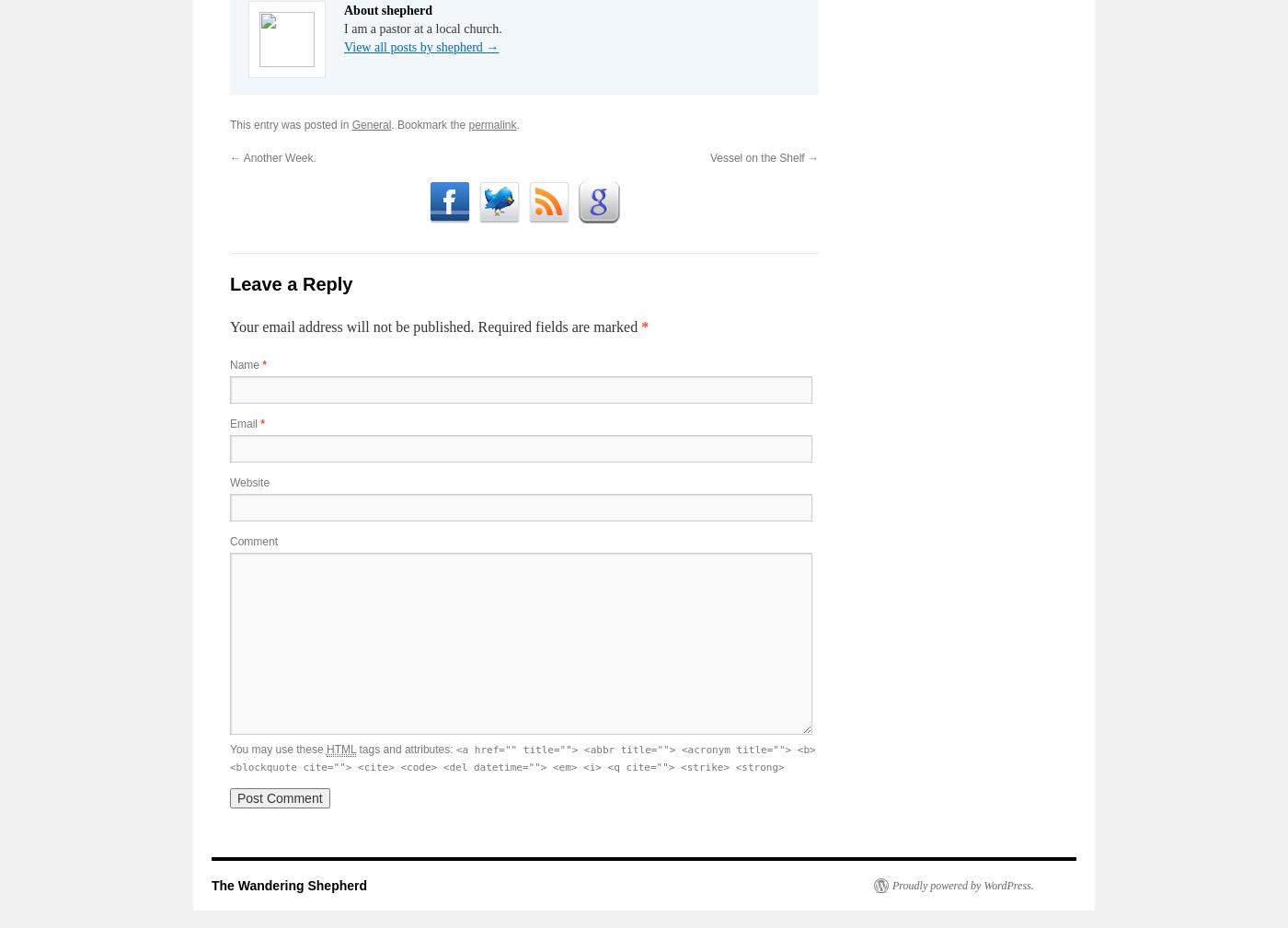 The width and height of the screenshot is (1288, 928). Describe the element at coordinates (246, 364) in the screenshot. I see `'Name'` at that location.